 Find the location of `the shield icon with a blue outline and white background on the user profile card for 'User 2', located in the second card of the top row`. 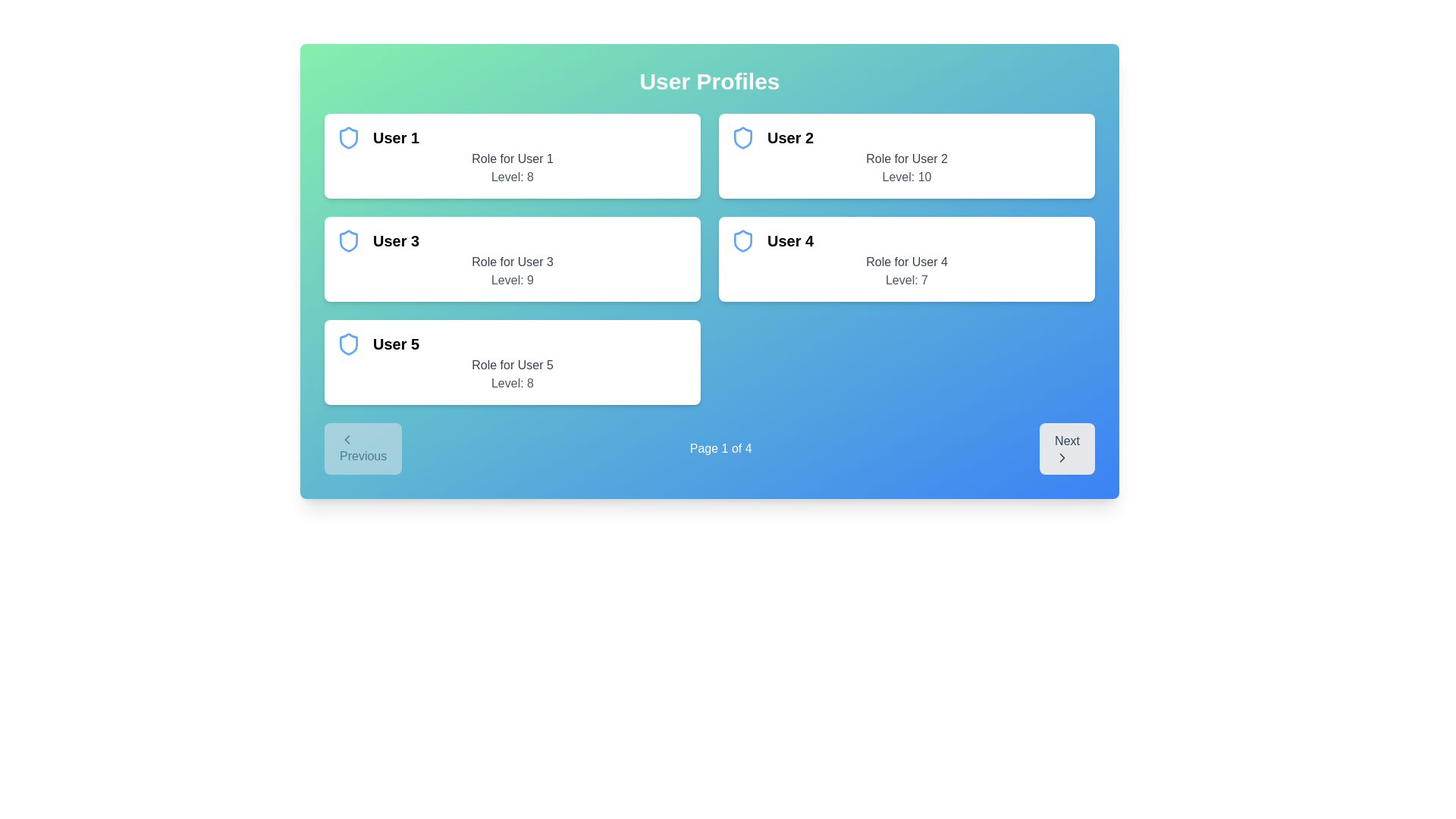

the shield icon with a blue outline and white background on the user profile card for 'User 2', located in the second card of the top row is located at coordinates (742, 137).